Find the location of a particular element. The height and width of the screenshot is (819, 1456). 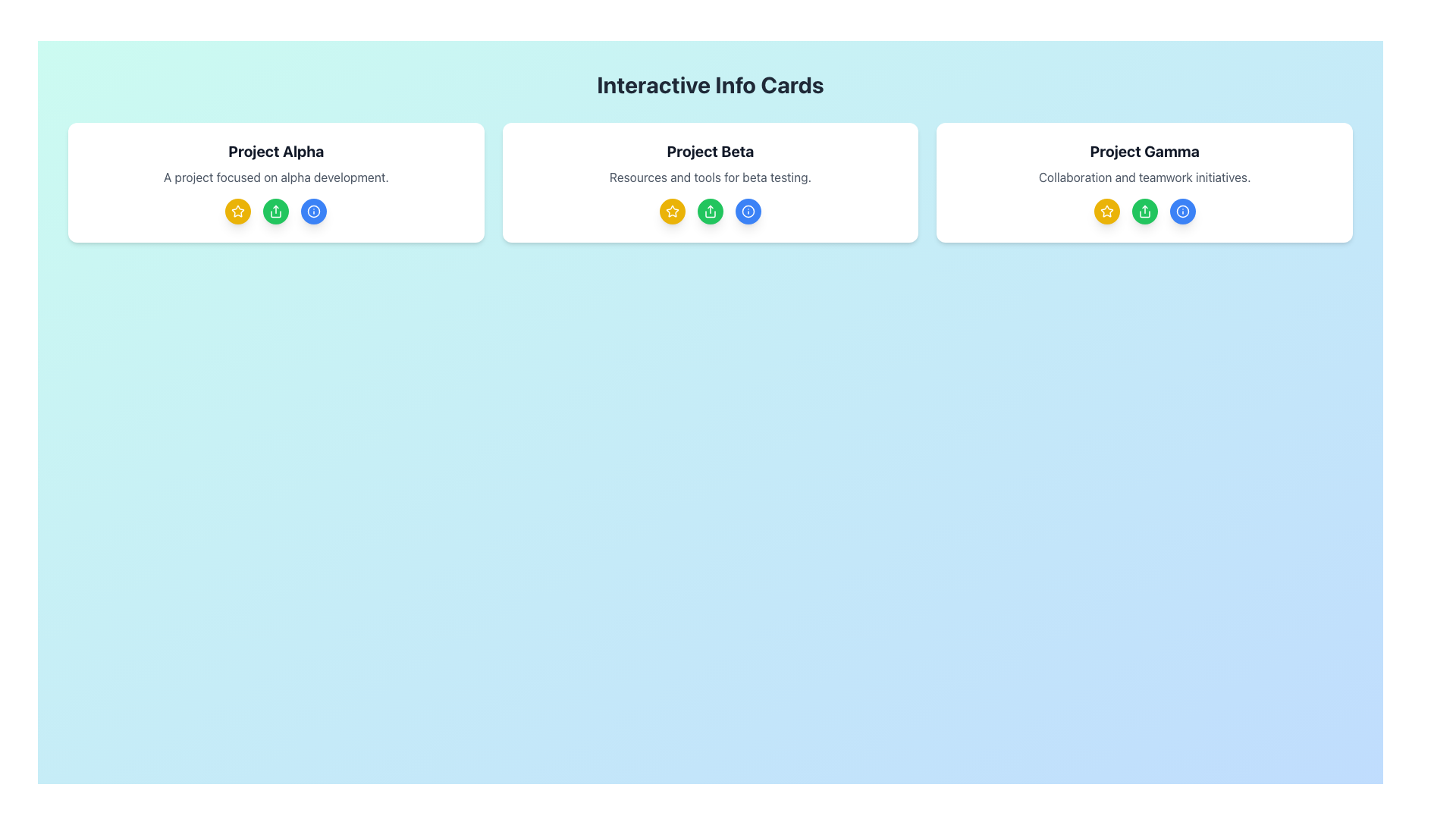

the second button in the horizontal set of three buttons at the bottom of the 'Project Beta' card is located at coordinates (709, 211).